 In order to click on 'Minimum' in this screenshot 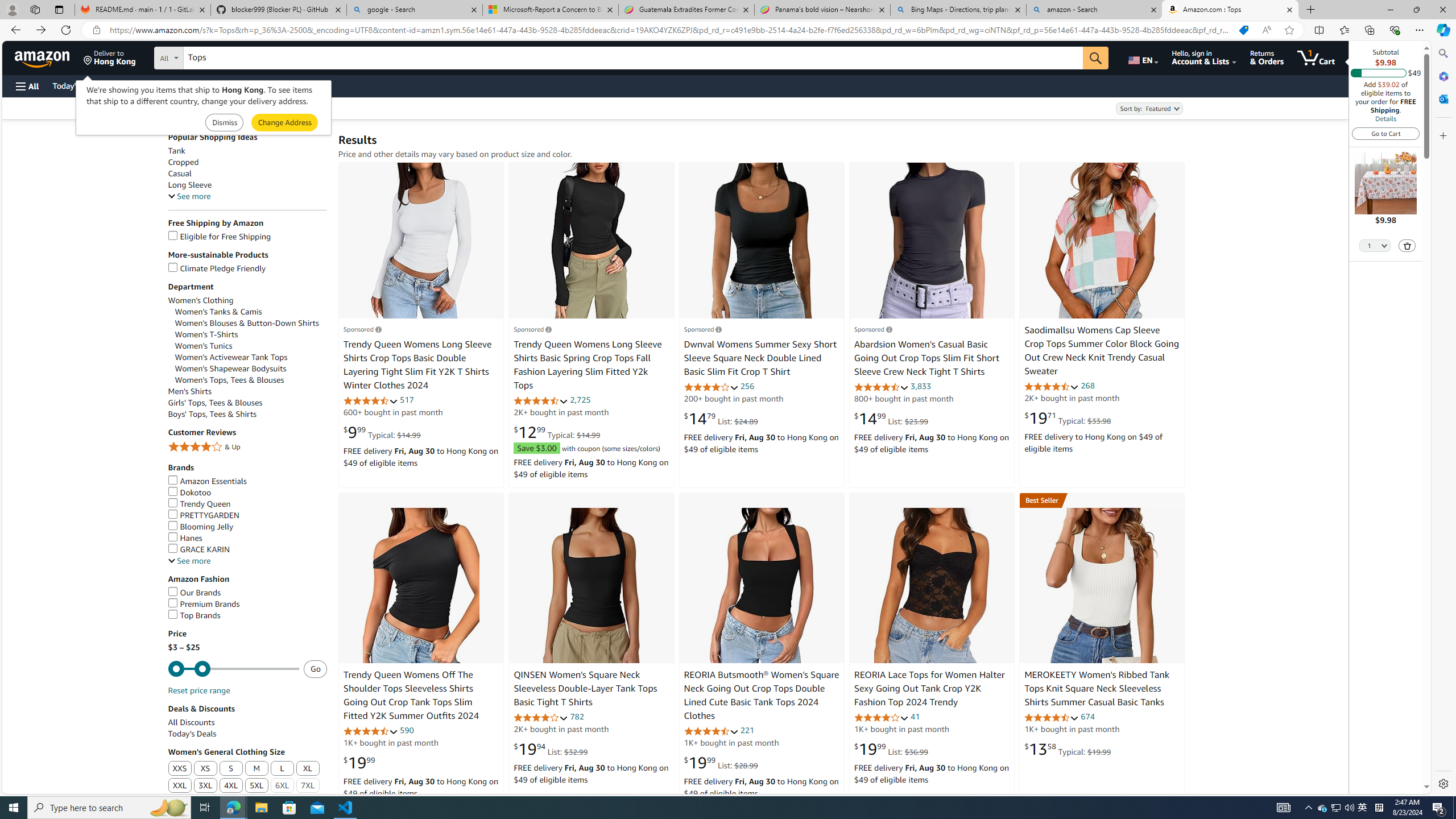, I will do `click(233, 668)`.